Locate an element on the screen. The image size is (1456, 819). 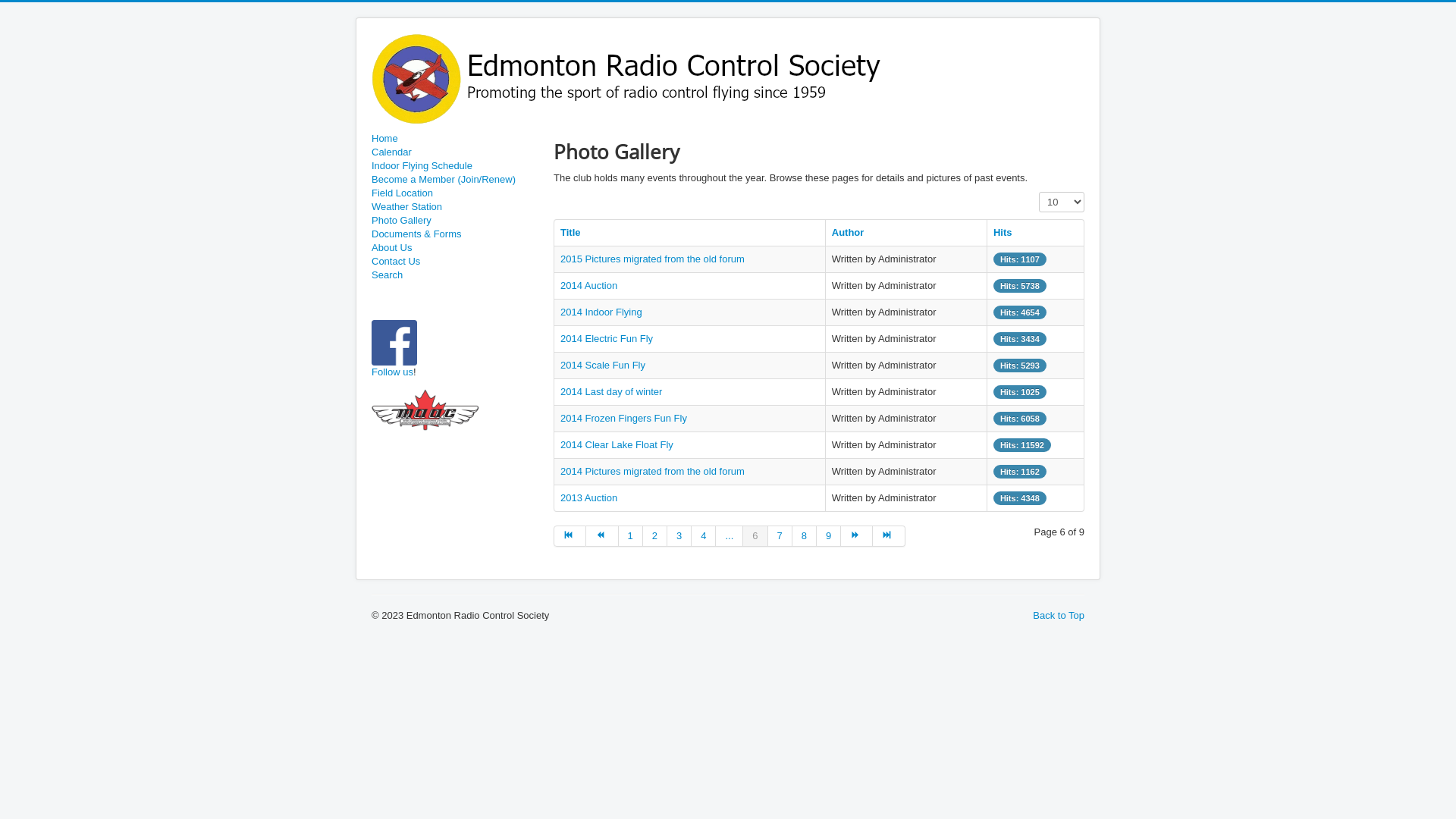
'About Us' is located at coordinates (454, 247).